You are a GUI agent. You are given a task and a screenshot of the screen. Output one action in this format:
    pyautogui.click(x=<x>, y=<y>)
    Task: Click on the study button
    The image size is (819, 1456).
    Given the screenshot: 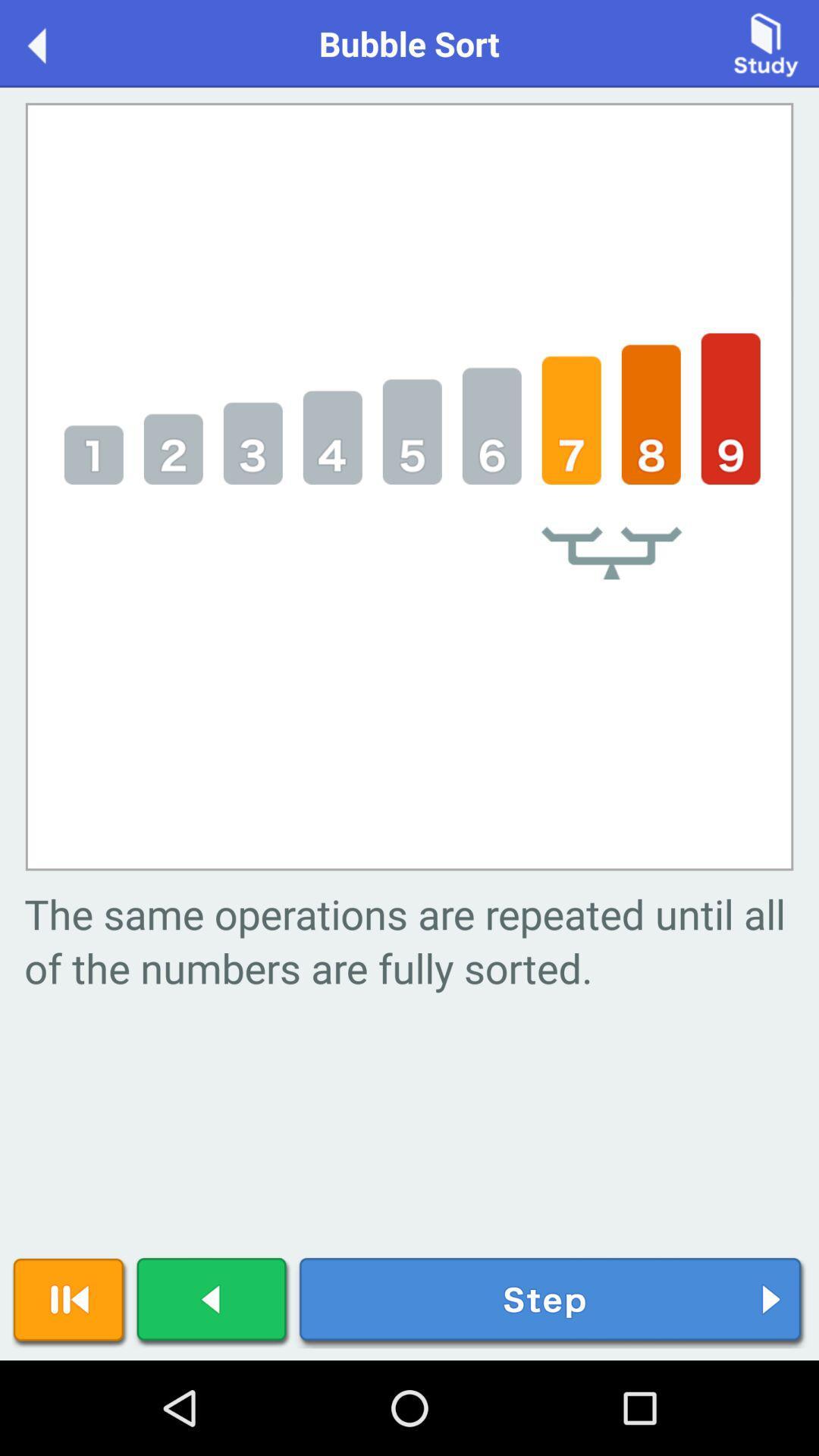 What is the action you would take?
    pyautogui.click(x=766, y=42)
    